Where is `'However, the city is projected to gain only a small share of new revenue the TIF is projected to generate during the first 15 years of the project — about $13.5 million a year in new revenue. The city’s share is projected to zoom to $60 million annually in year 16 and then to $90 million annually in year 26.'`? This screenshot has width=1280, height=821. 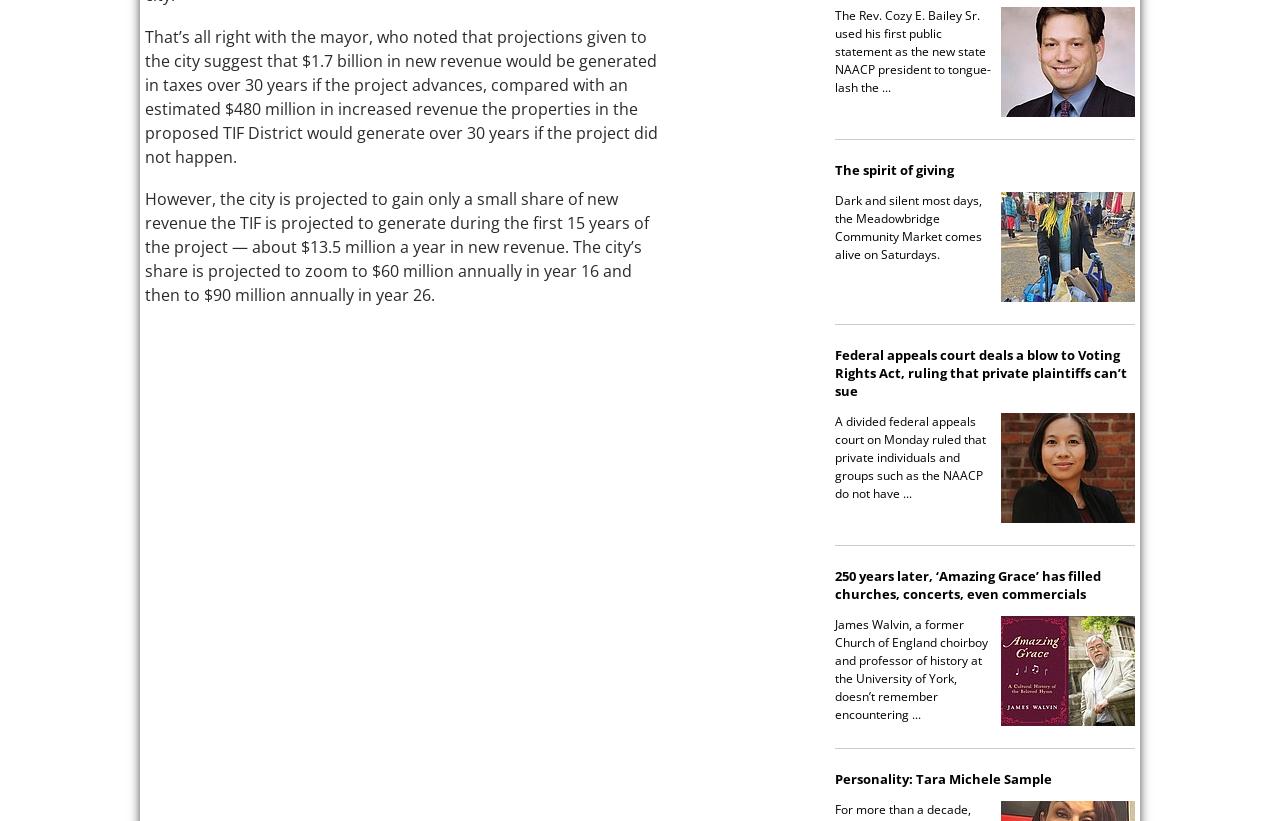 'However, the city is projected to gain only a small share of new revenue the TIF is projected to generate during the first 15 years of the project — about $13.5 million a year in new revenue. The city’s share is projected to zoom to $60 million annually in year 16 and then to $90 million annually in year 26.' is located at coordinates (397, 245).